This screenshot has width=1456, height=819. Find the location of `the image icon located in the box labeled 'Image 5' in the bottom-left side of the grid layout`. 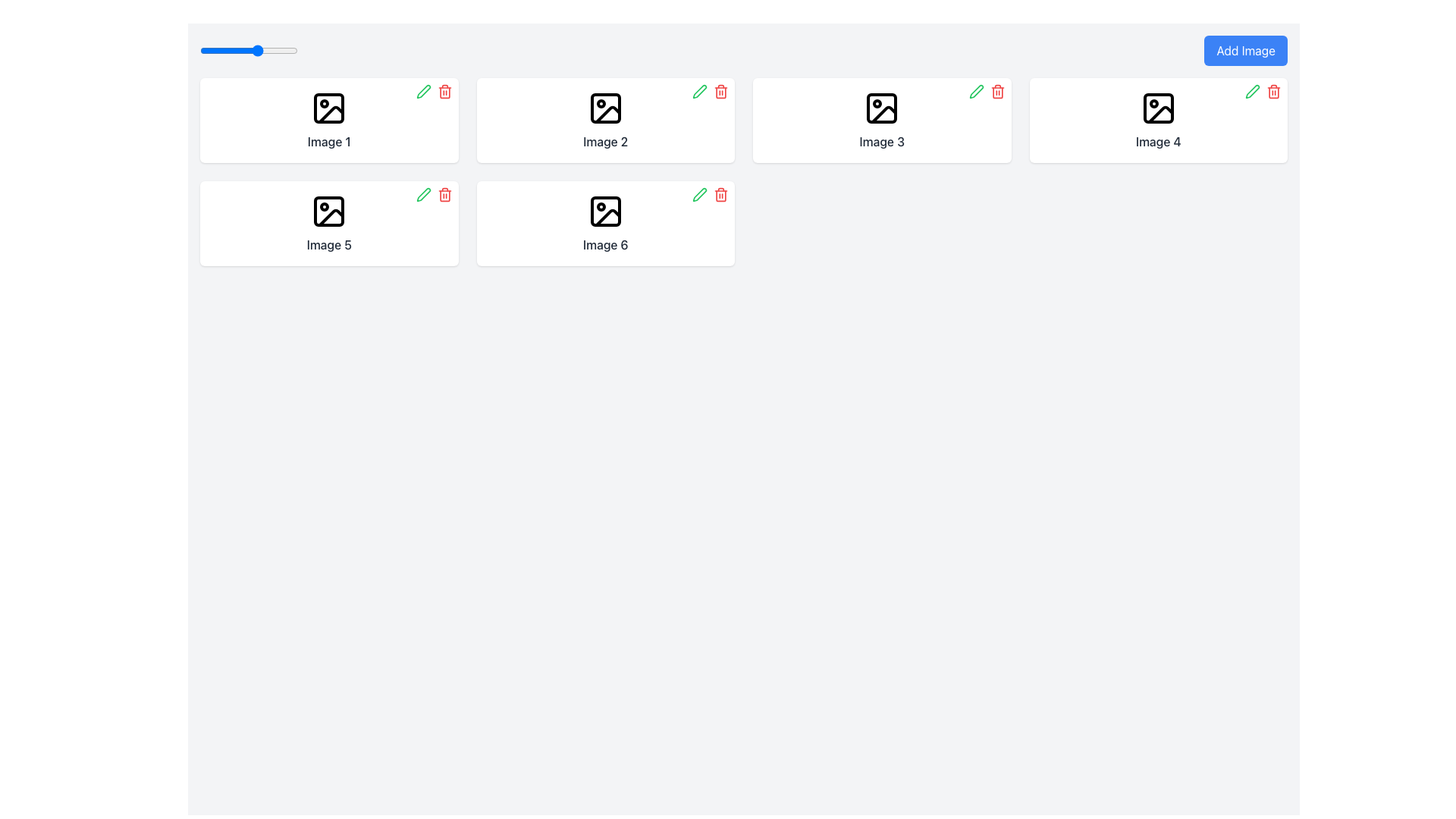

the image icon located in the box labeled 'Image 5' in the bottom-left side of the grid layout is located at coordinates (328, 211).